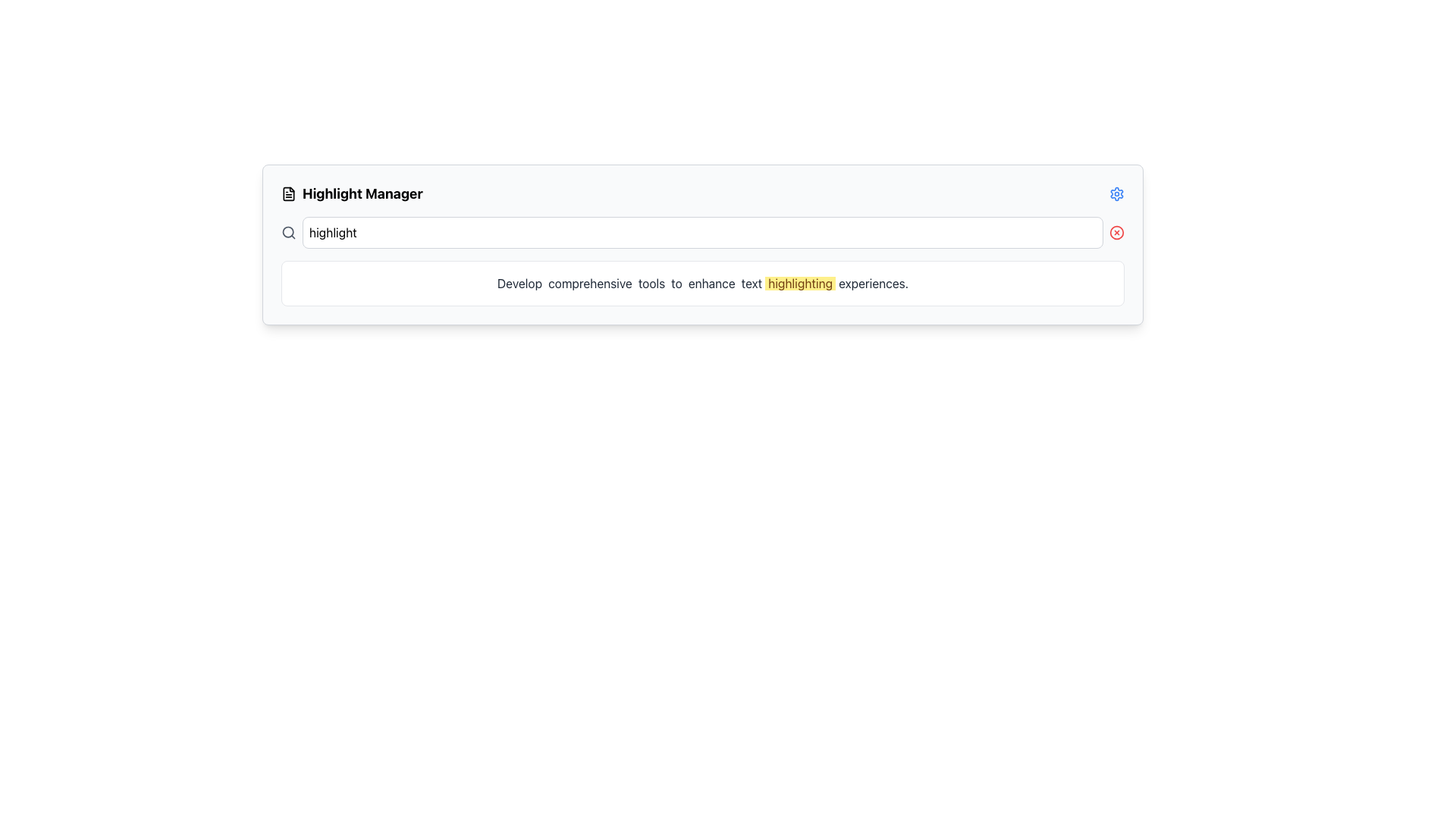 This screenshot has height=819, width=1456. What do you see at coordinates (589, 284) in the screenshot?
I see `the static text element displaying the word 'comprehensive', which is positioned between the words 'Develop' and 'tools' in a larger sentence` at bounding box center [589, 284].